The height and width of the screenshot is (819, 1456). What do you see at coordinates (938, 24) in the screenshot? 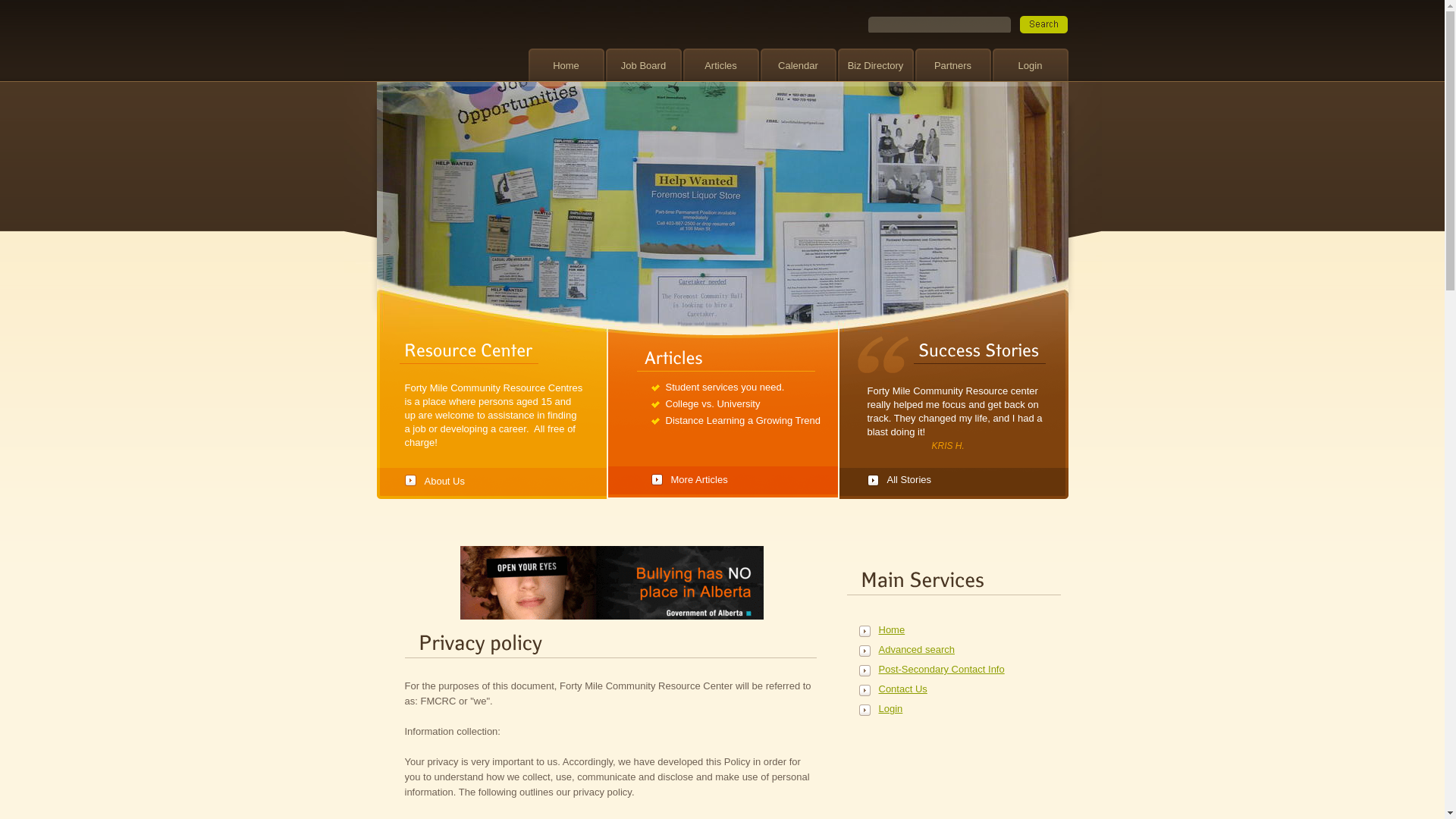
I see `'Enter the terms you wish to search for.'` at bounding box center [938, 24].